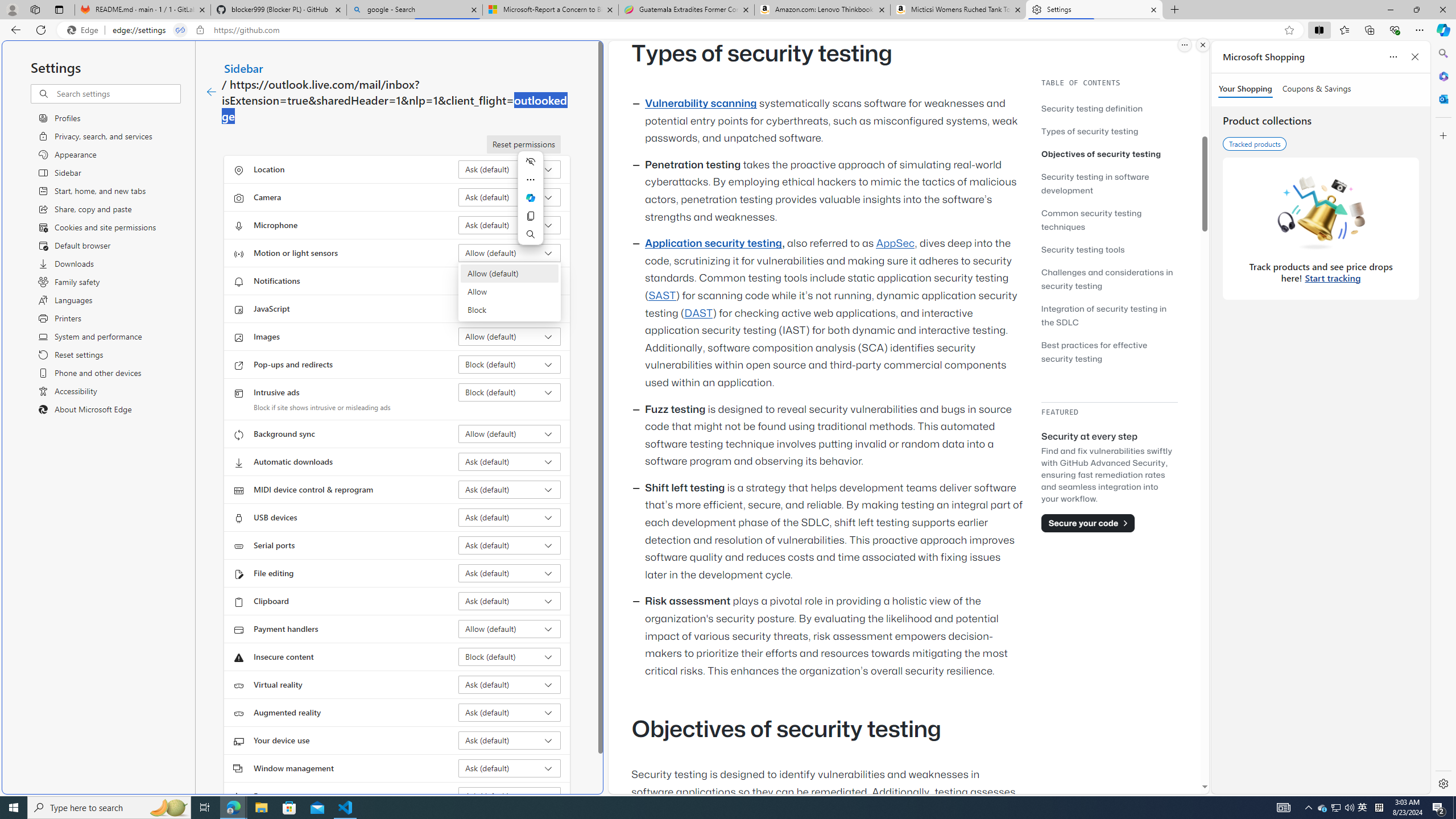 Image resolution: width=1456 pixels, height=819 pixels. Describe the element at coordinates (1108, 315) in the screenshot. I see `'Integration of security testing in the SDLC'` at that location.